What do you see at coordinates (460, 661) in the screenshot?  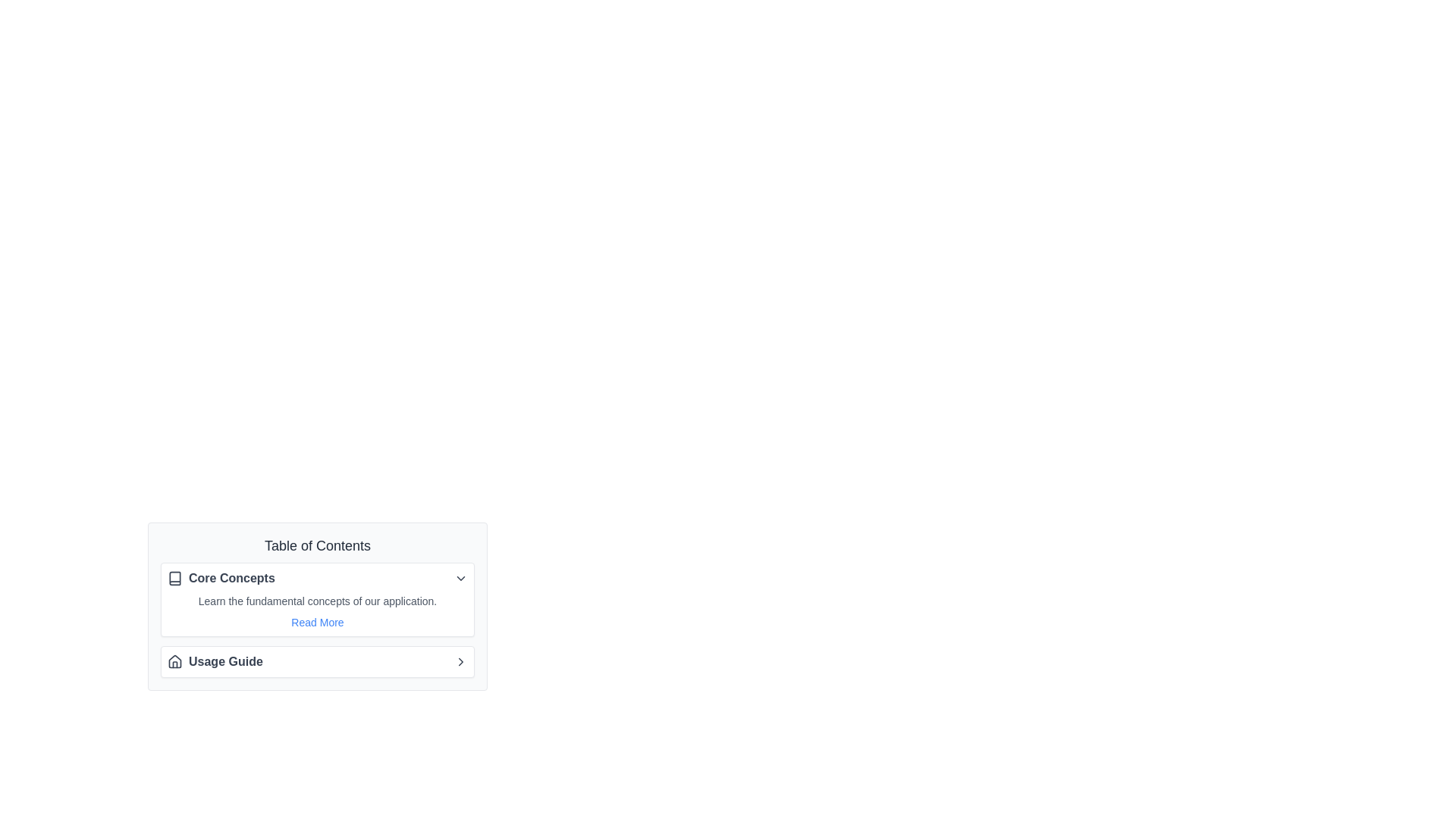 I see `the small right-facing chevron arrow icon in the 'Table of Contents' section, located directly to the right of the 'Usage Guide' text` at bounding box center [460, 661].